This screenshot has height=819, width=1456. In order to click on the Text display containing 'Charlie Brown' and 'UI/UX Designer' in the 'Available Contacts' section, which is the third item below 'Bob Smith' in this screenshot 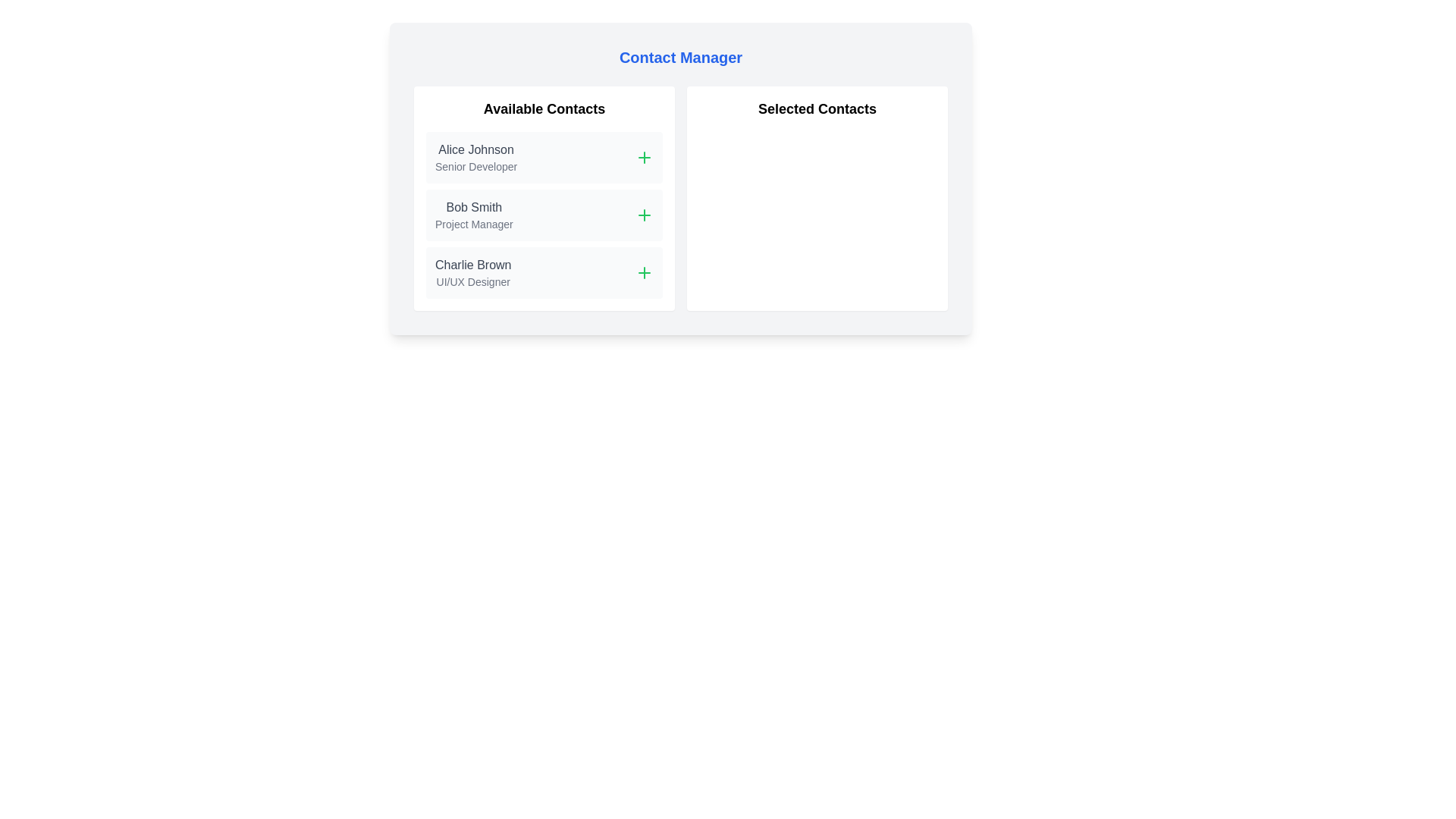, I will do `click(472, 271)`.